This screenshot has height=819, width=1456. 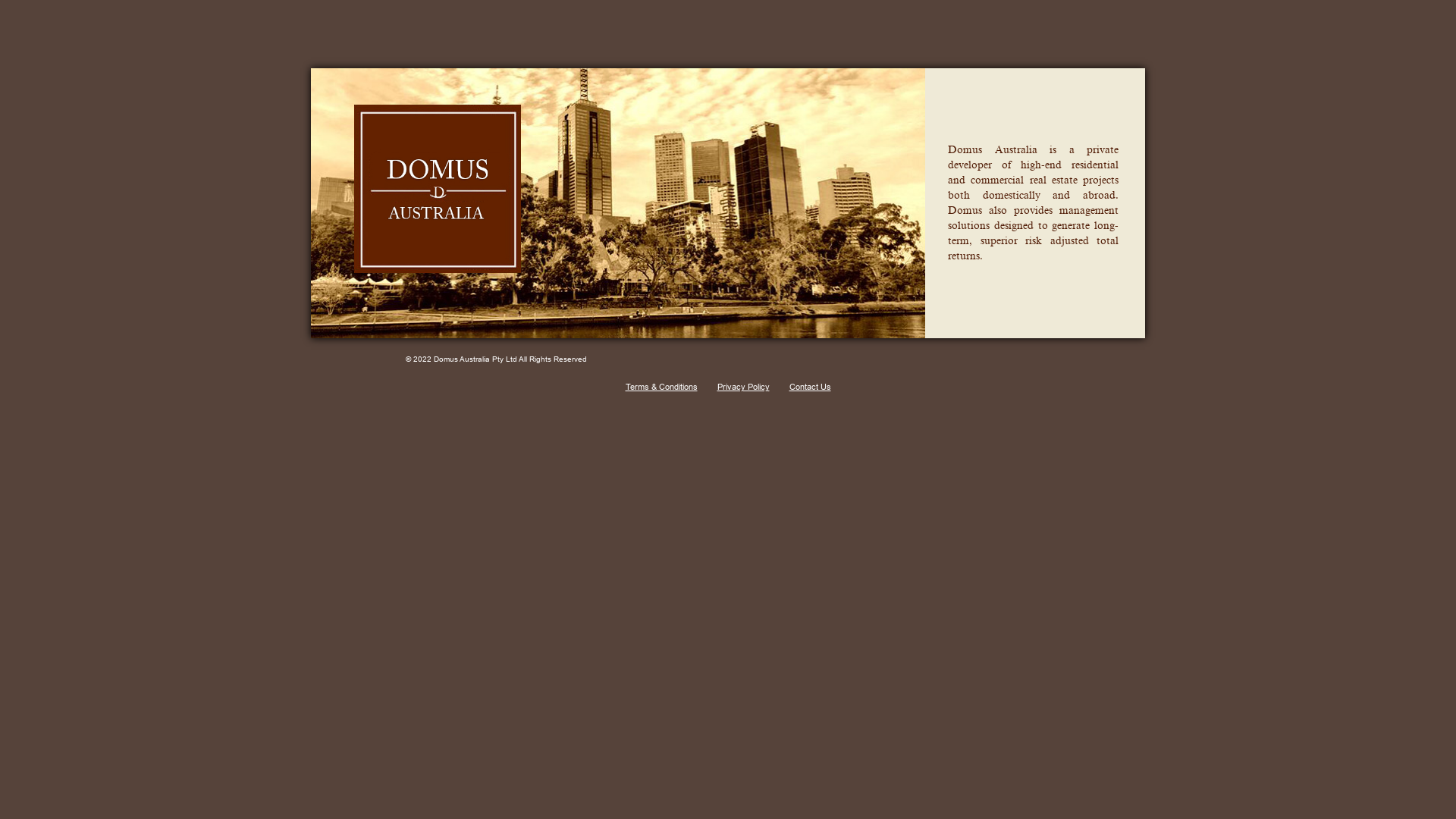 What do you see at coordinates (808, 385) in the screenshot?
I see `'Contact Us'` at bounding box center [808, 385].